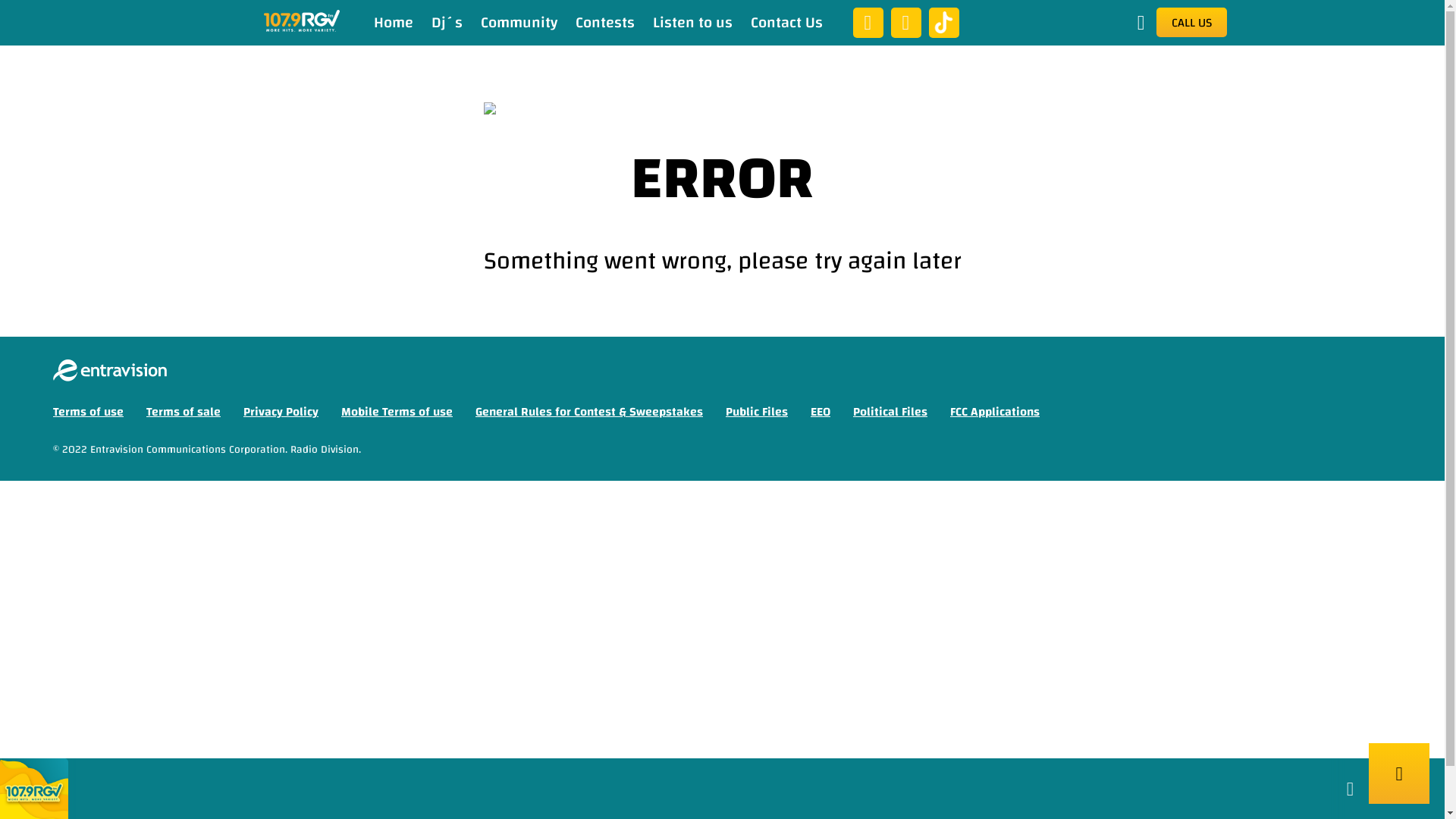 This screenshot has width=1456, height=819. Describe the element at coordinates (1190, 23) in the screenshot. I see `'CALL US'` at that location.